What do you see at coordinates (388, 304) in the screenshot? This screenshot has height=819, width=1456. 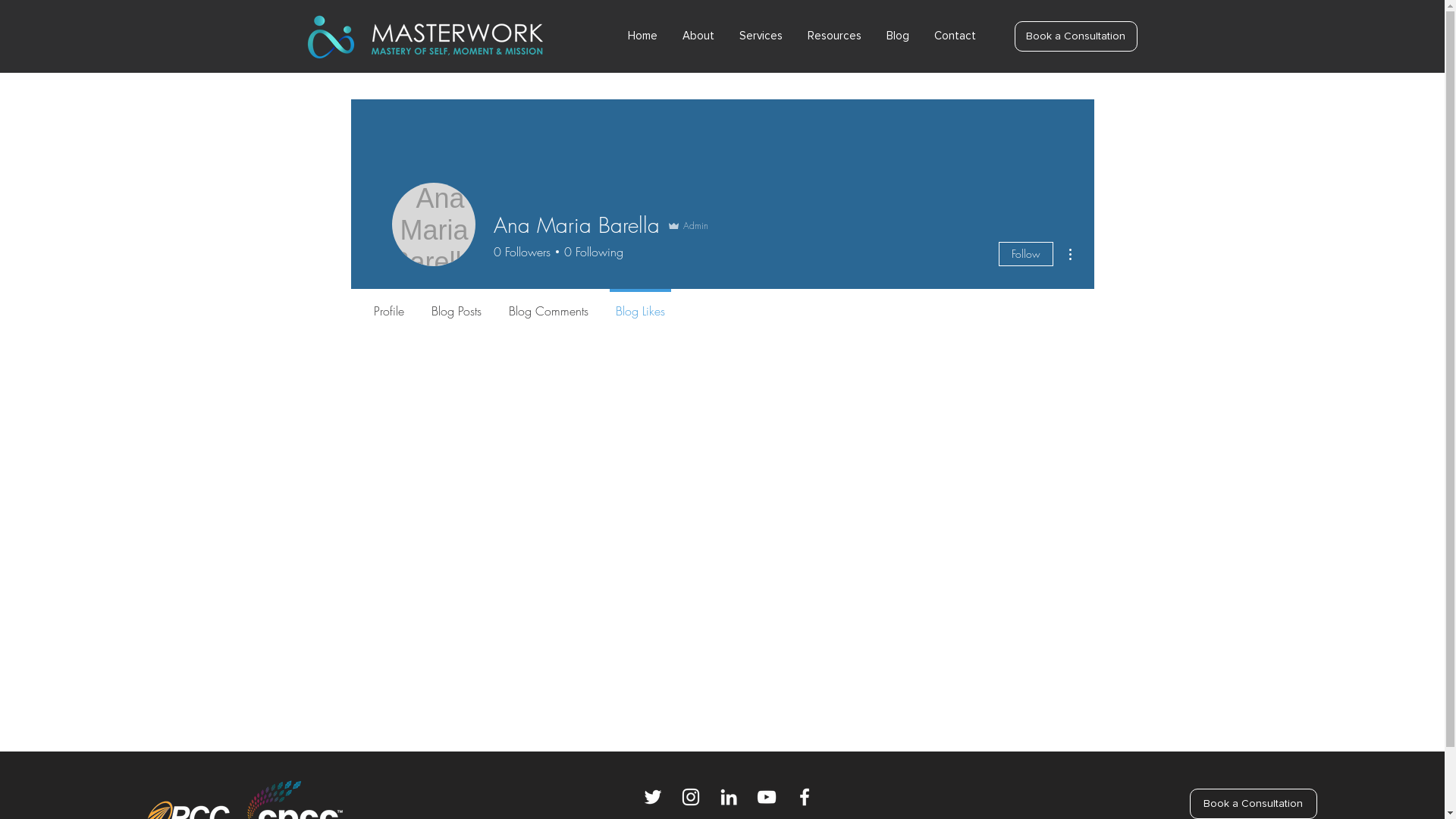 I see `'Profile'` at bounding box center [388, 304].